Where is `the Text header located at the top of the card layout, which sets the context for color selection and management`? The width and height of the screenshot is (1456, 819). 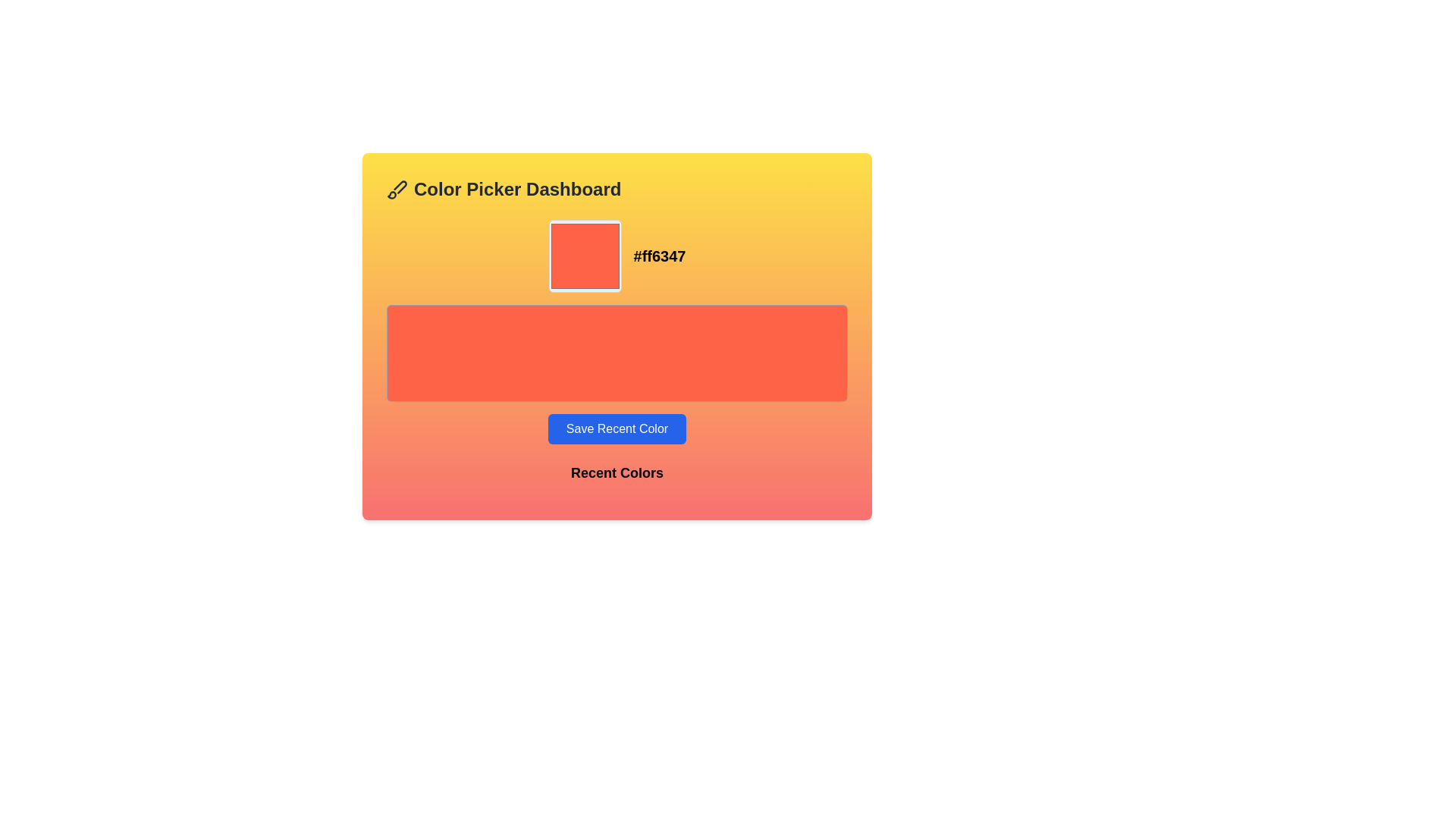
the Text header located at the top of the card layout, which sets the context for color selection and management is located at coordinates (617, 189).